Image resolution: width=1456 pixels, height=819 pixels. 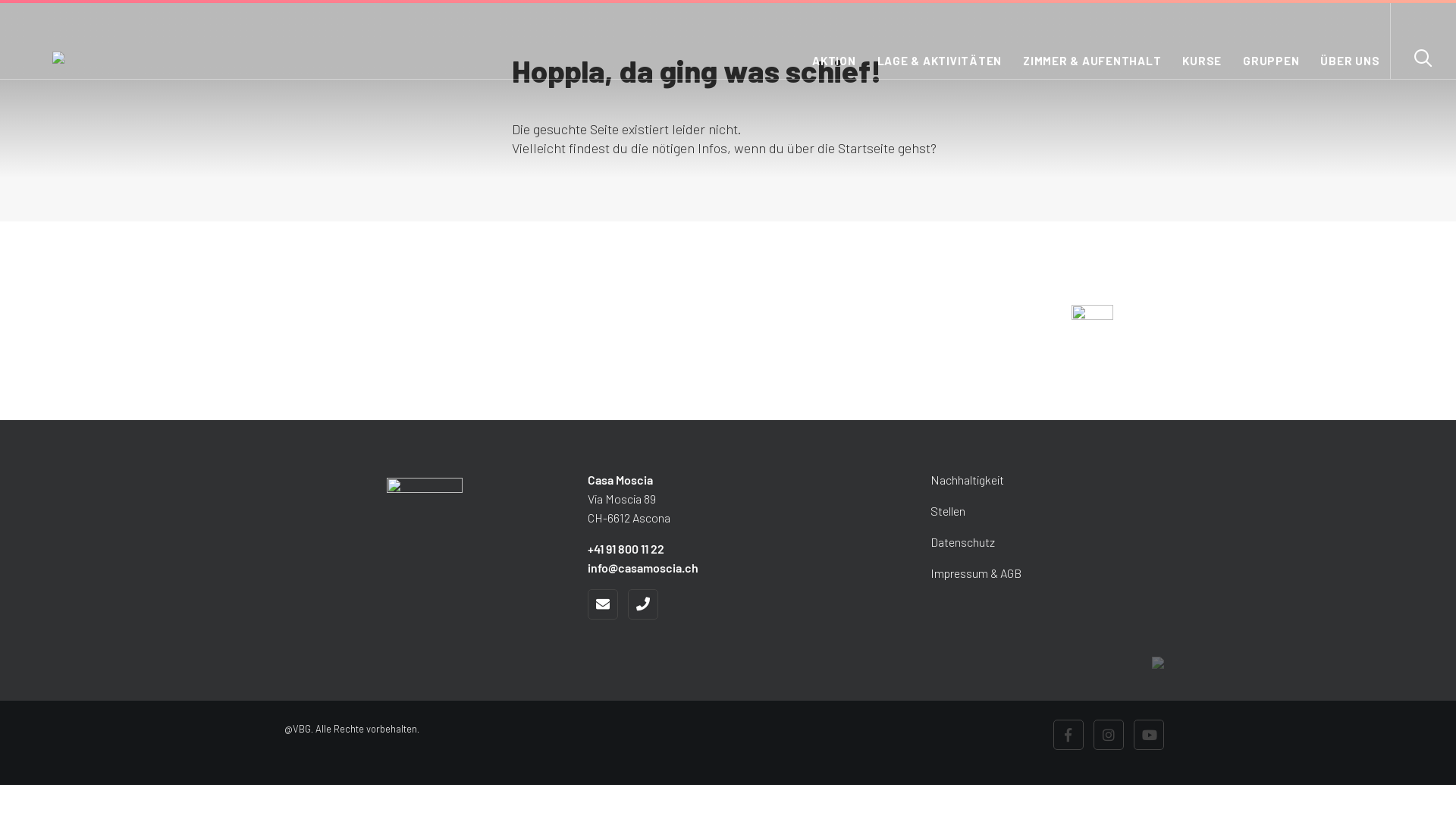 I want to click on 'GRUPPEN', so click(x=1270, y=66).